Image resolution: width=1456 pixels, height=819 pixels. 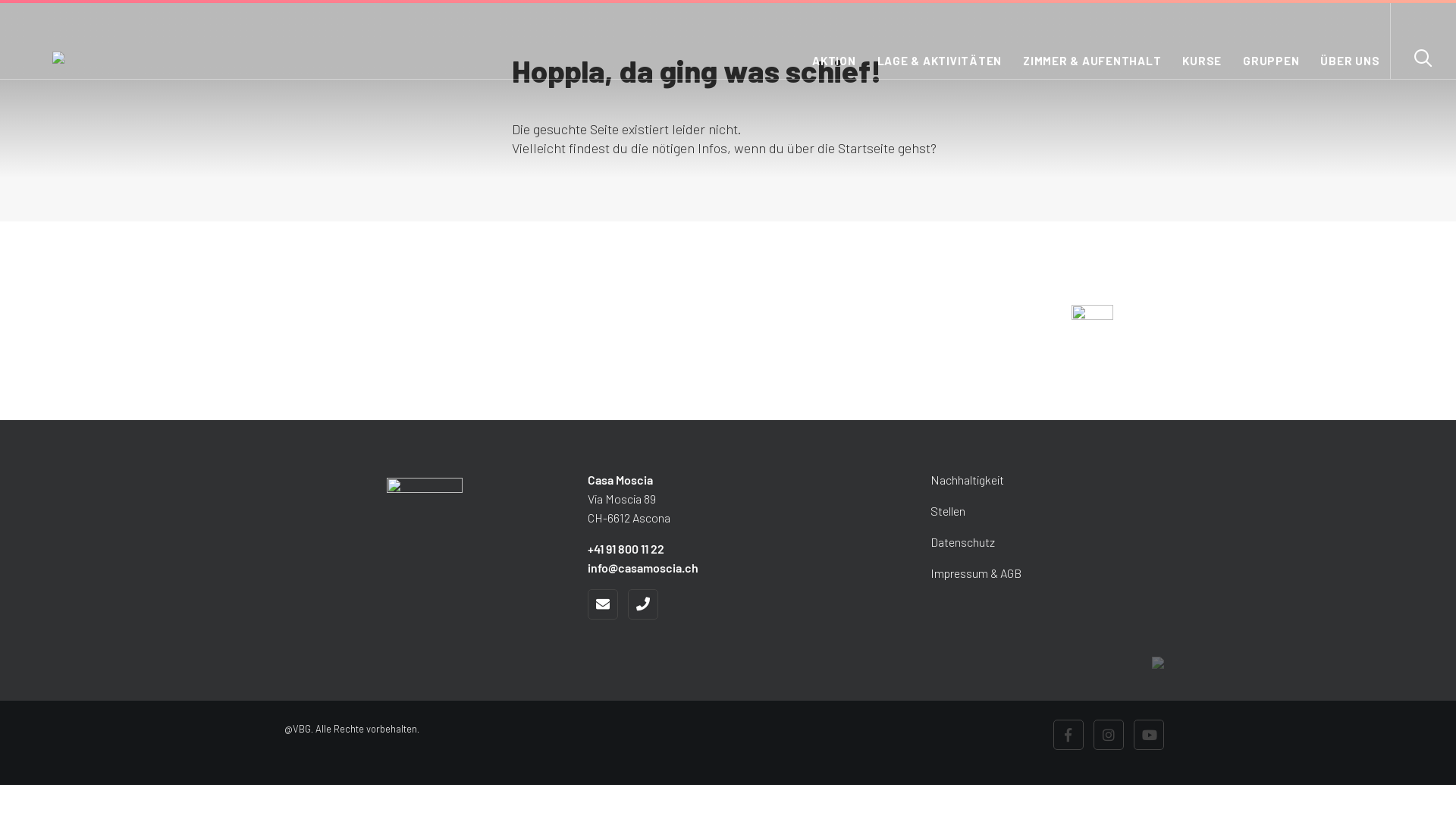 I want to click on 'GRUPPEN', so click(x=1270, y=66).